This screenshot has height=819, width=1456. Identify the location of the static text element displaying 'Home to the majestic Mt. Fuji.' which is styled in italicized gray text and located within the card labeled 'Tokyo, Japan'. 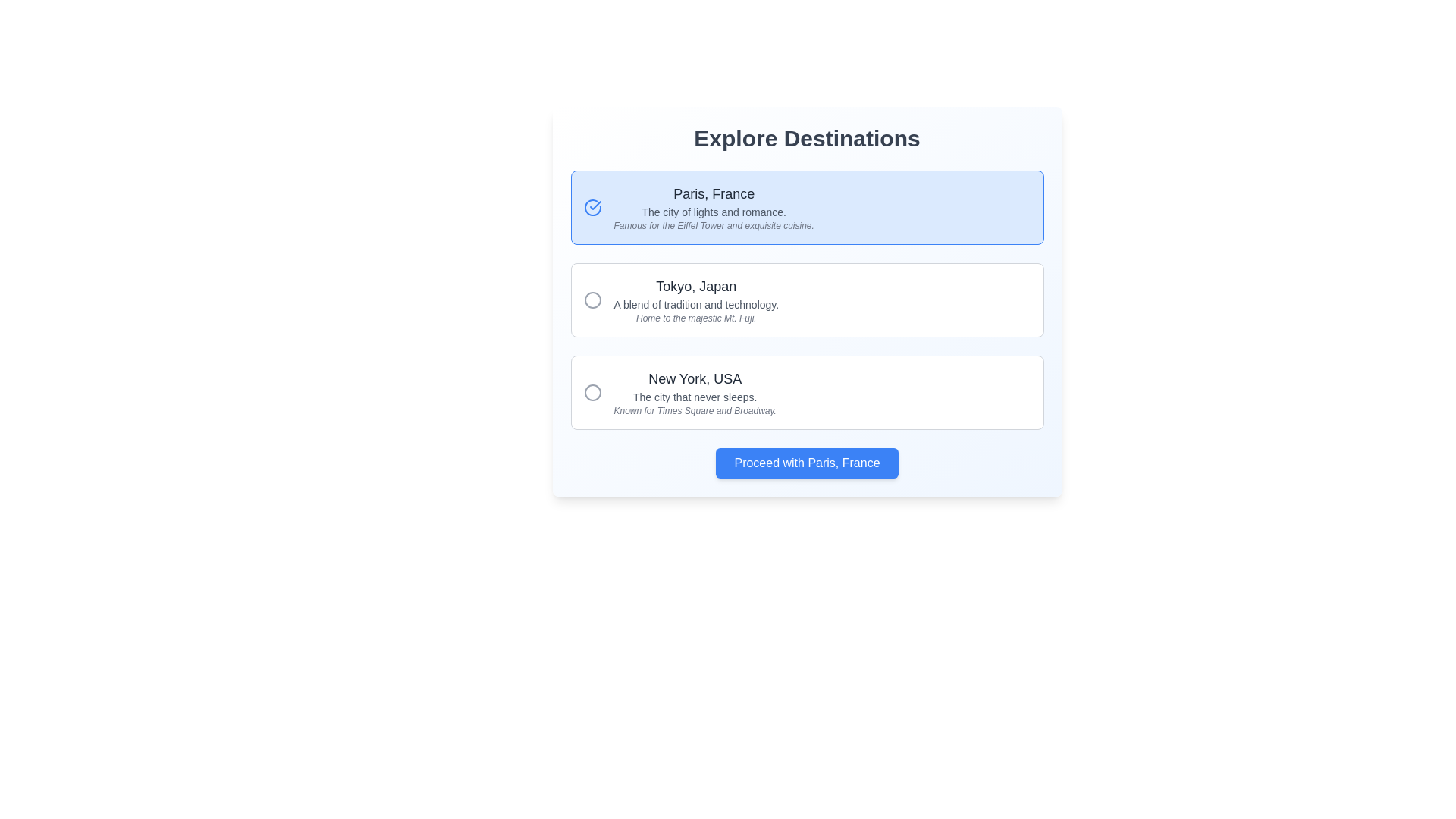
(695, 318).